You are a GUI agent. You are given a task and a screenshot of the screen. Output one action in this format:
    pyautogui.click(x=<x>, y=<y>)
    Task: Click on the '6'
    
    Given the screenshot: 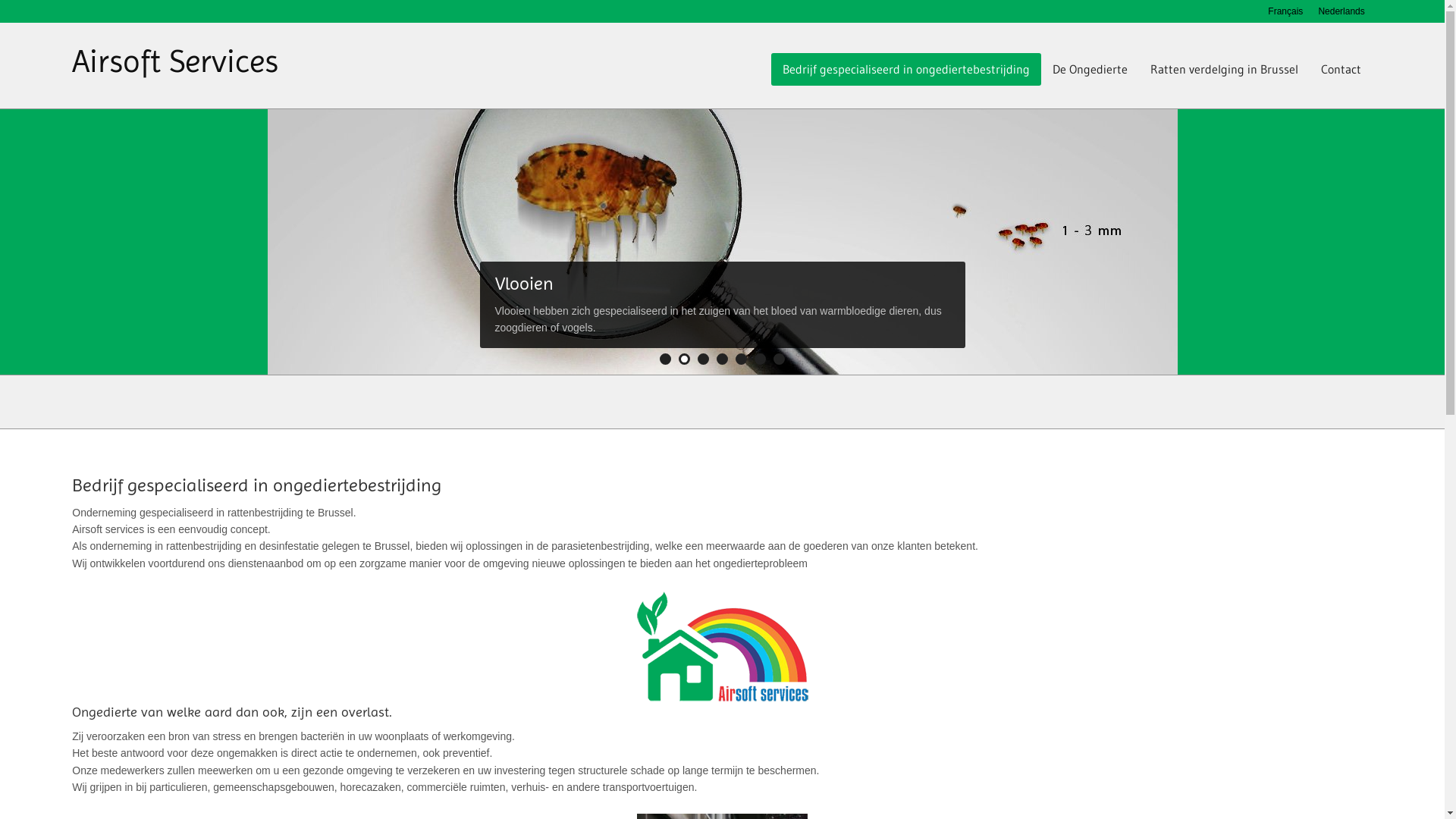 What is the action you would take?
    pyautogui.click(x=754, y=359)
    